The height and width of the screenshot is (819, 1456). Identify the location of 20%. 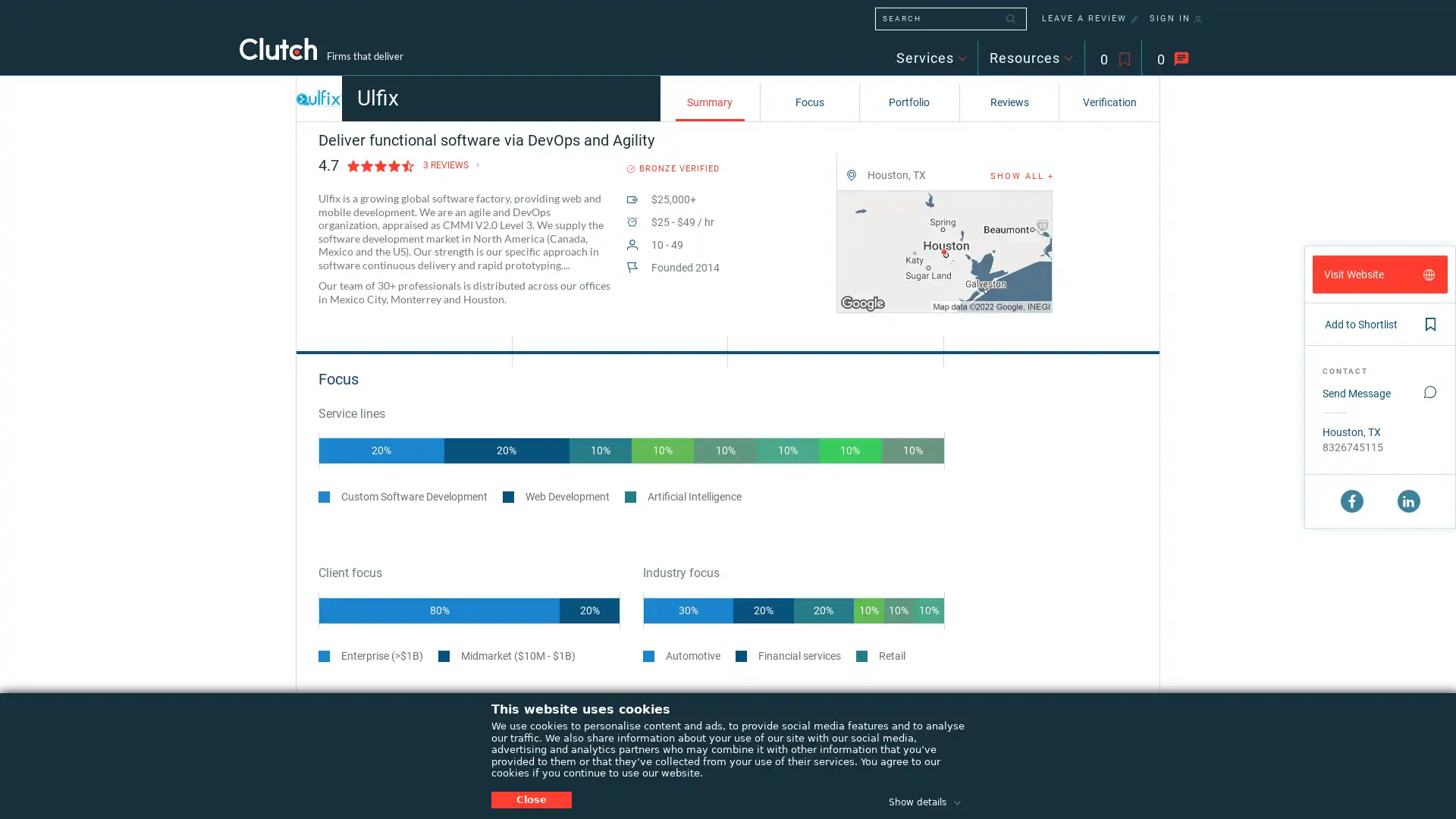
(506, 450).